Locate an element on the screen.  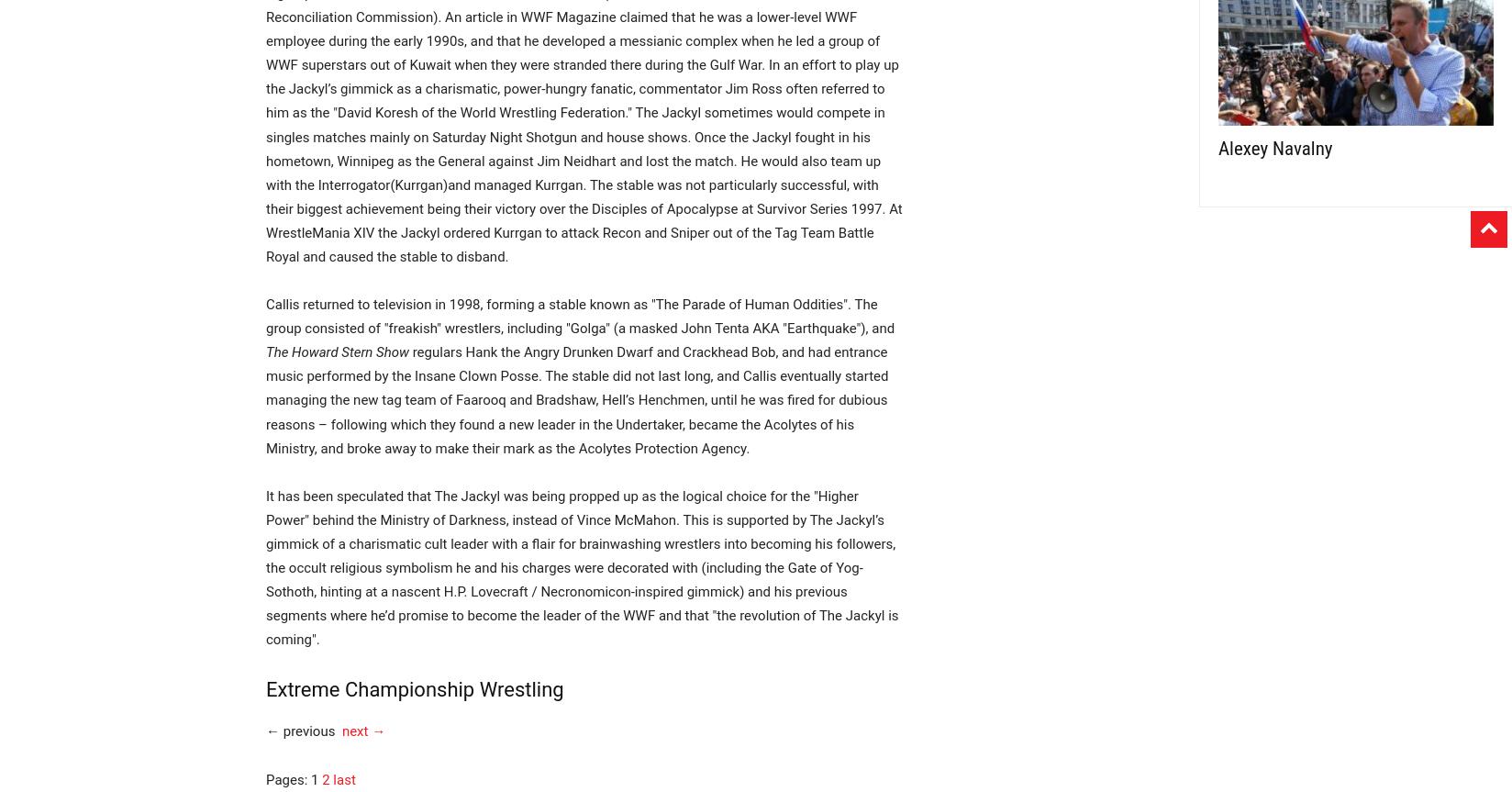
'regulars Hank the Angry Drunken Dwarf and Crackhead Bob, and had entrance music performed by the Insane Clown Posse. The stable did not last long, and Callis eventually started managing the new tag team of Faarooq and Bradshaw, Hell’s Henchmen, until he was fired for dubious reasons – following which they found a new leader in the Undertaker, became the Acolytes of his Ministry, and broke away to make their mark as the Acolytes Protection Agency.' is located at coordinates (576, 398).